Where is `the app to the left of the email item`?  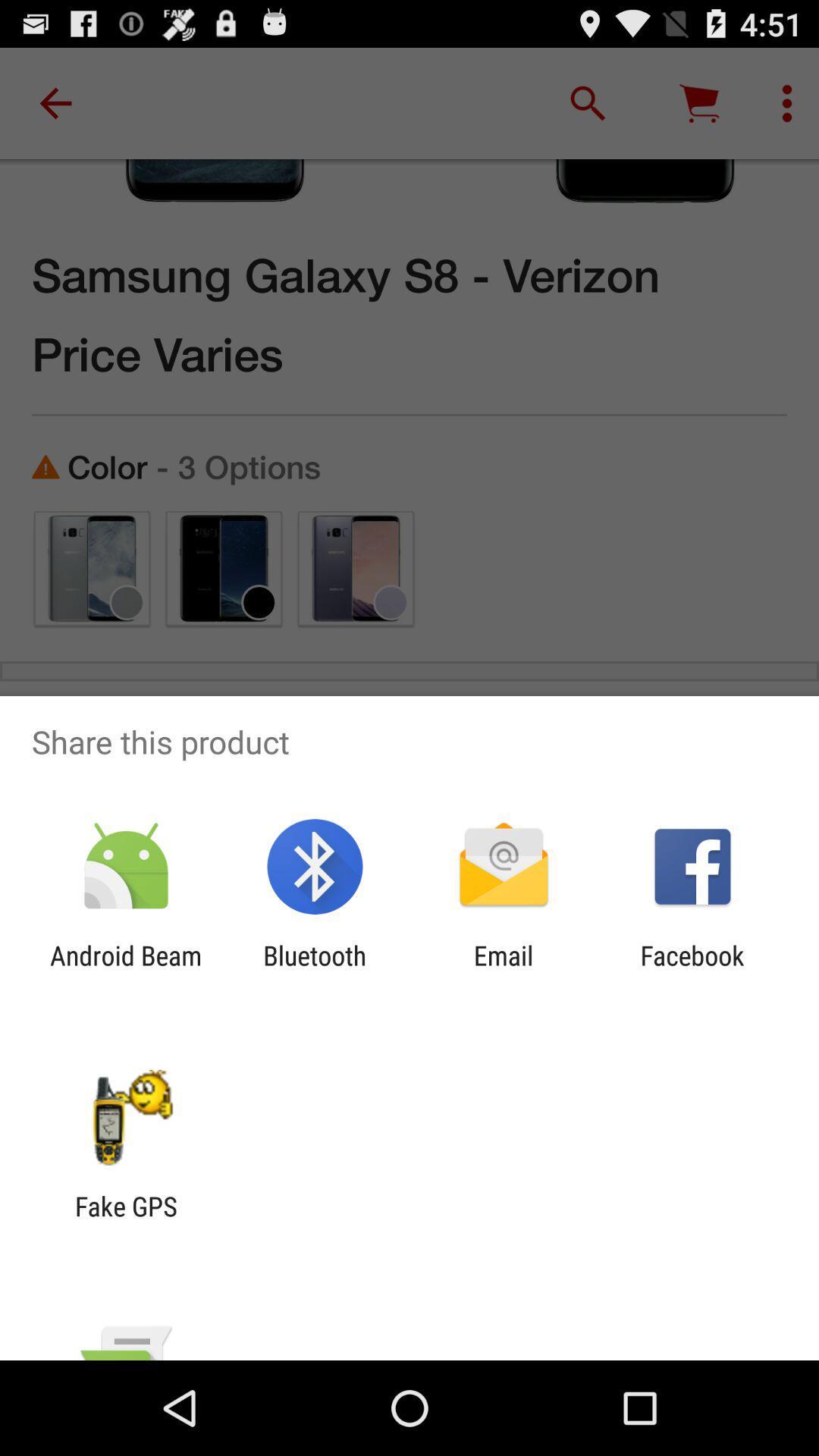 the app to the left of the email item is located at coordinates (314, 971).